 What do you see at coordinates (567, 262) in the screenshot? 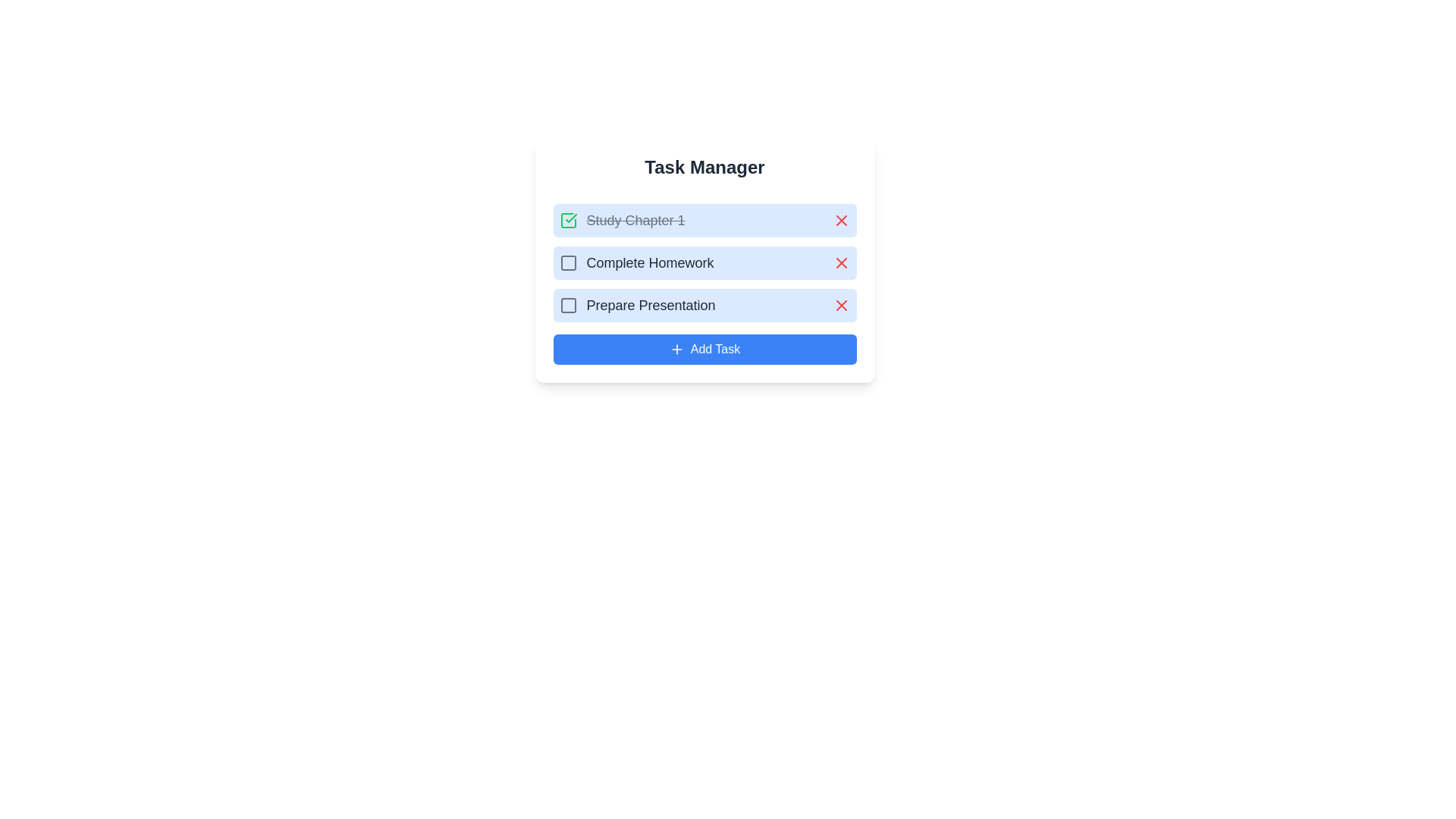
I see `the small square icon with rounded corners that resembles a checkbox, located to the left of the text 'Complete Homework' in the second row of the task list in the 'Task Manager' card` at bounding box center [567, 262].